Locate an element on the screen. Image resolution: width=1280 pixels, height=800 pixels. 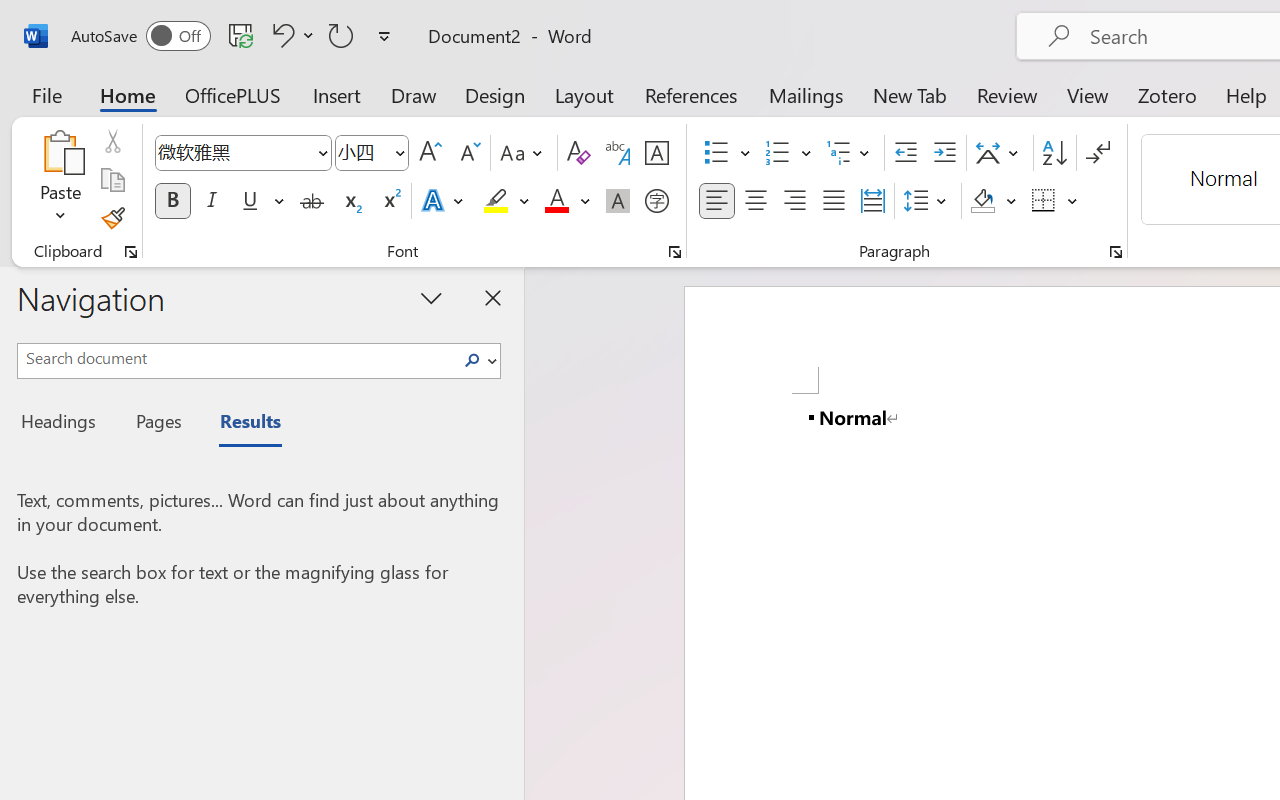
'Align Right' is located at coordinates (793, 201).